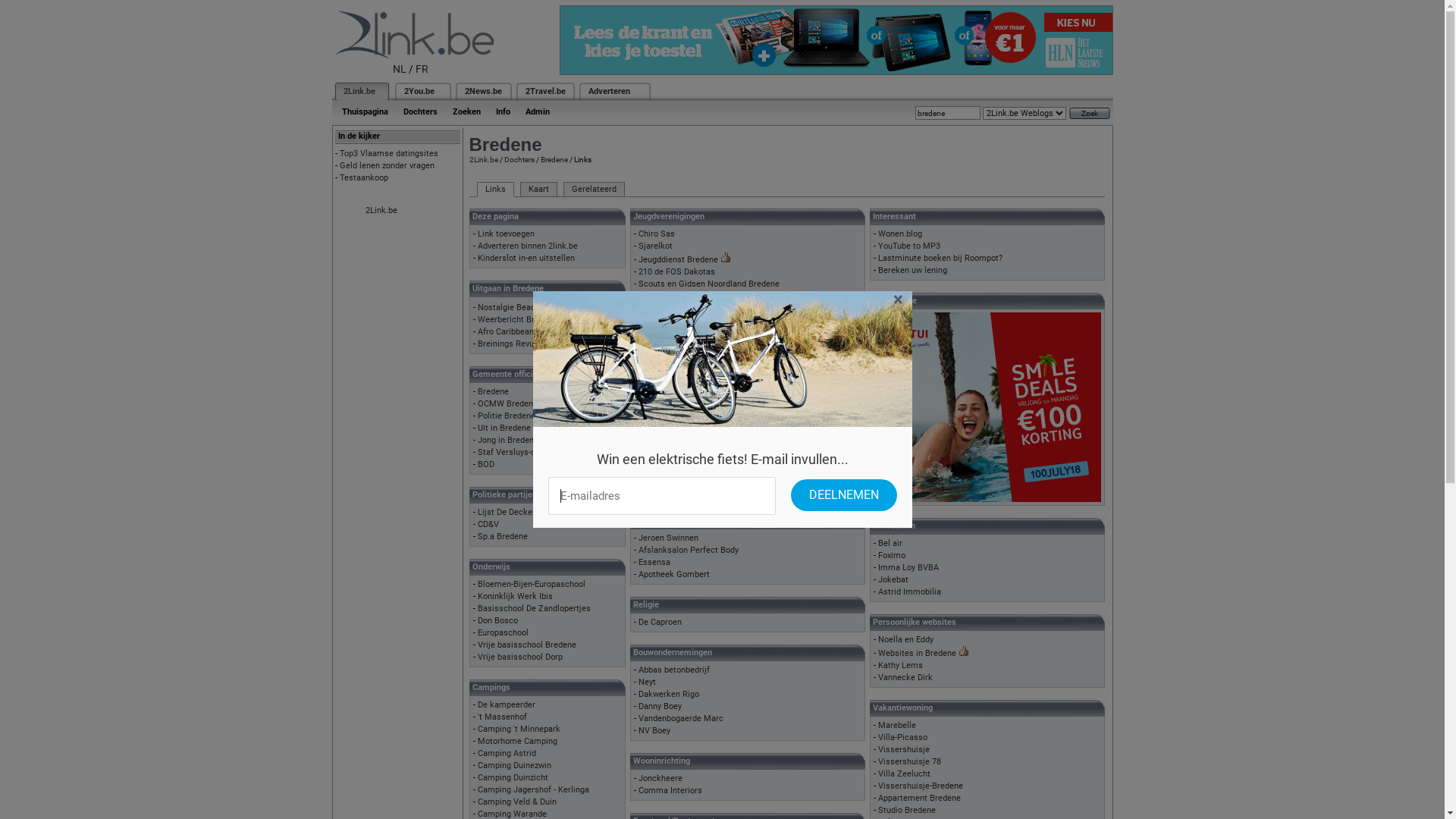 This screenshot has width=1456, height=819. Describe the element at coordinates (638, 574) in the screenshot. I see `'Apotheek Gombert'` at that location.